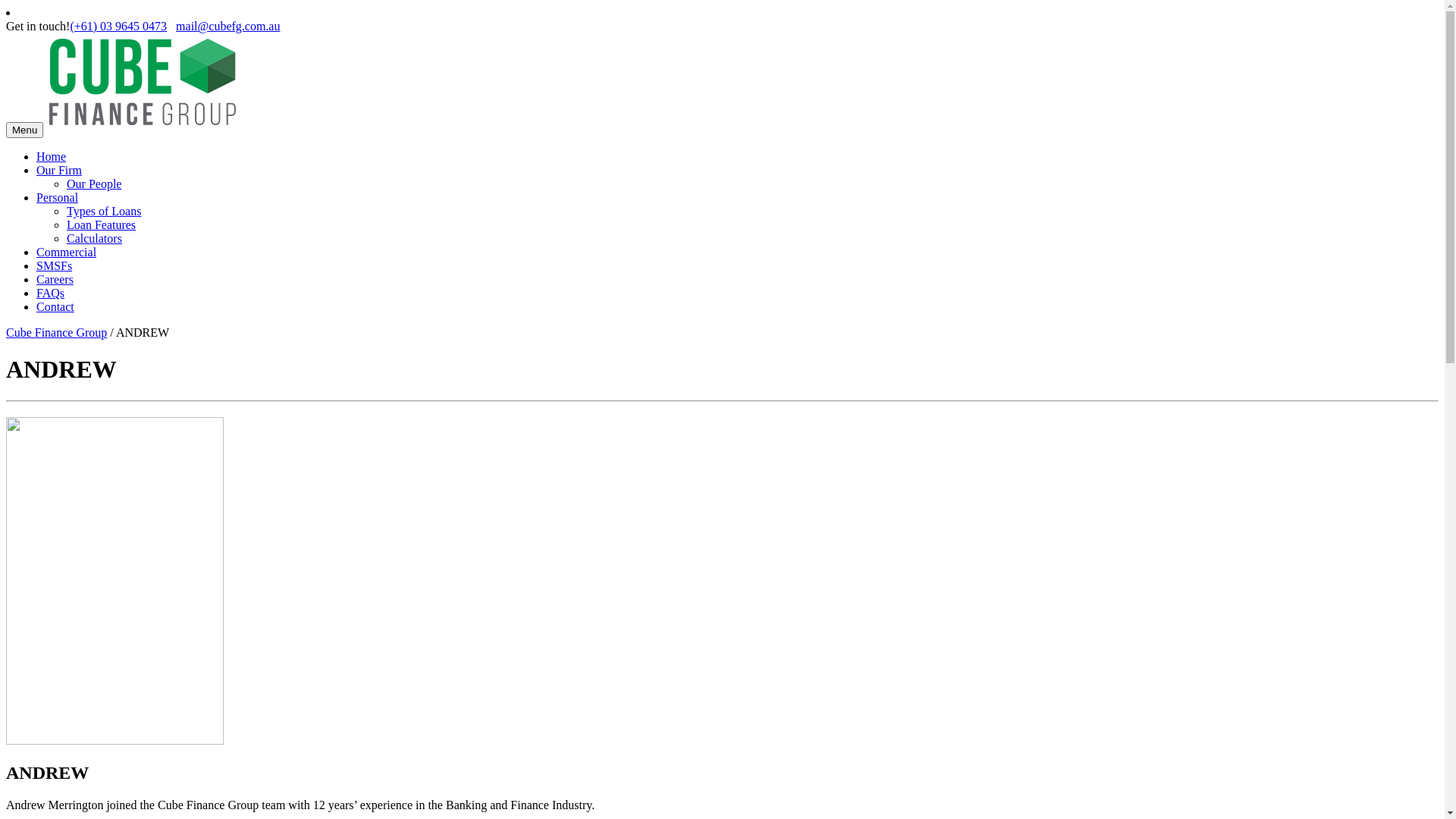  I want to click on 'Contact', so click(55, 306).